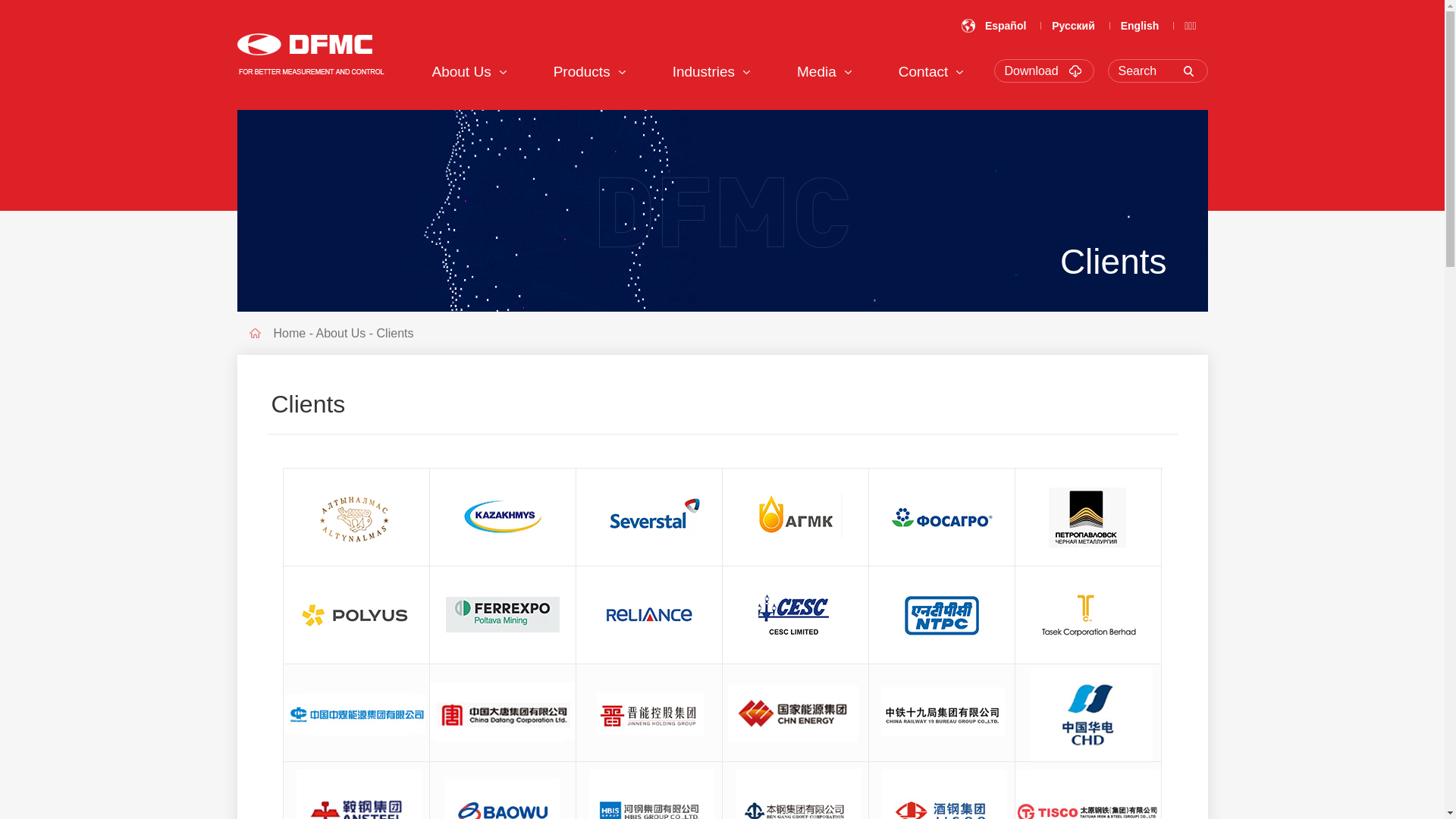  I want to click on 'Clients', so click(395, 332).